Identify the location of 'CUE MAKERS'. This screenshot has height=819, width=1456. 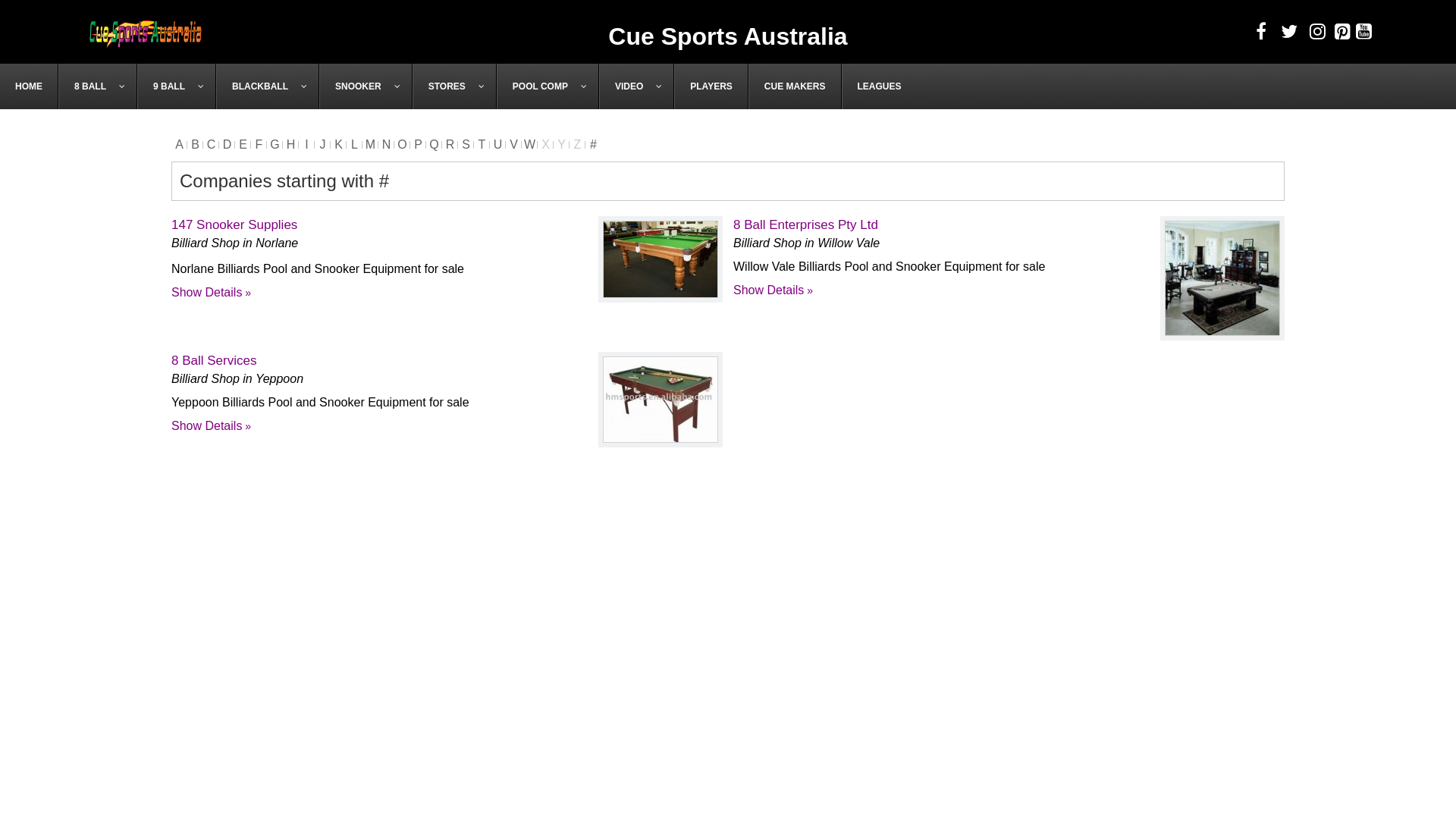
(794, 86).